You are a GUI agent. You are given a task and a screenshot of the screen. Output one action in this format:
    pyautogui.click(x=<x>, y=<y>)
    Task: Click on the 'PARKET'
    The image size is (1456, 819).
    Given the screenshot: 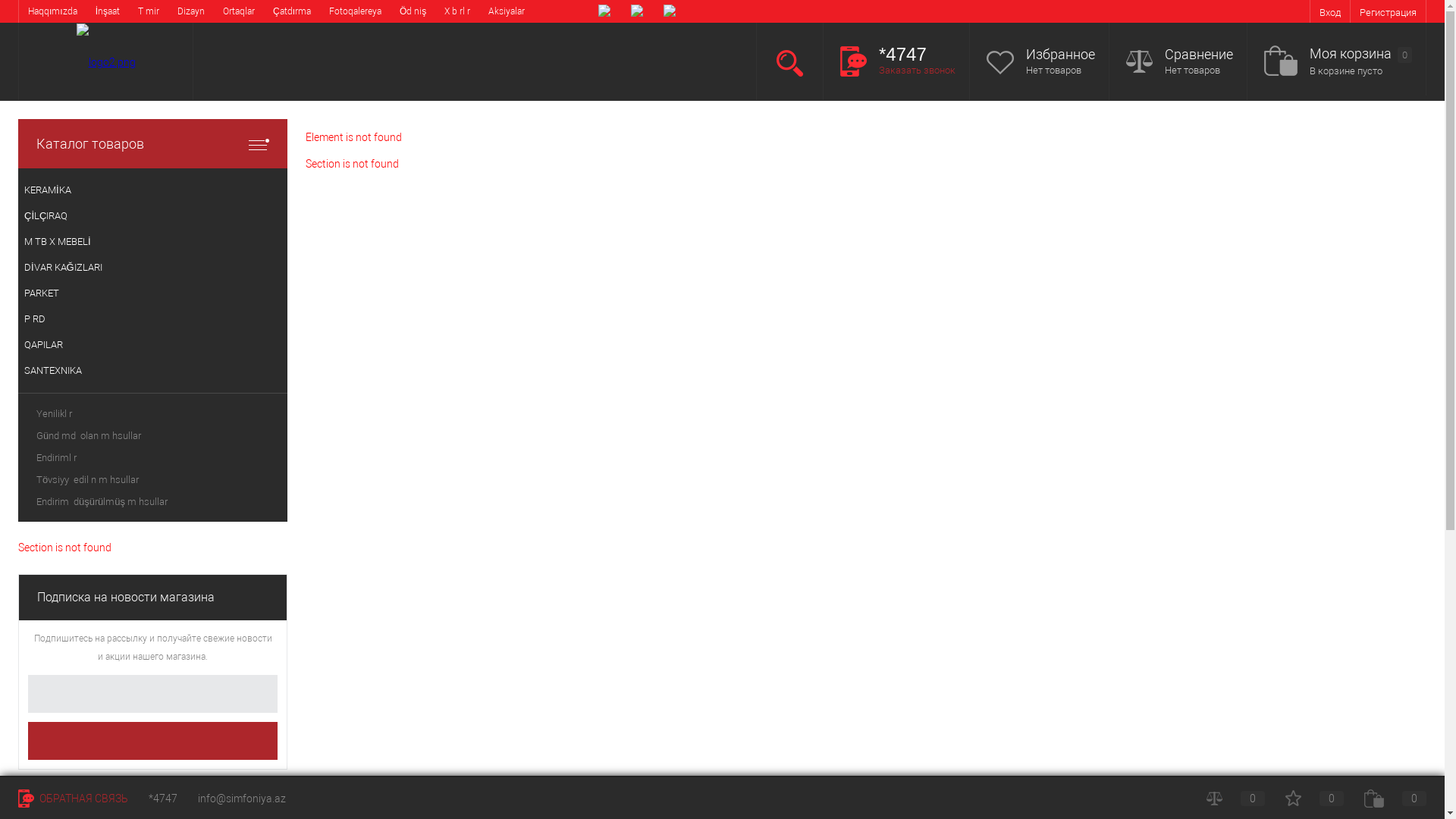 What is the action you would take?
    pyautogui.click(x=152, y=293)
    